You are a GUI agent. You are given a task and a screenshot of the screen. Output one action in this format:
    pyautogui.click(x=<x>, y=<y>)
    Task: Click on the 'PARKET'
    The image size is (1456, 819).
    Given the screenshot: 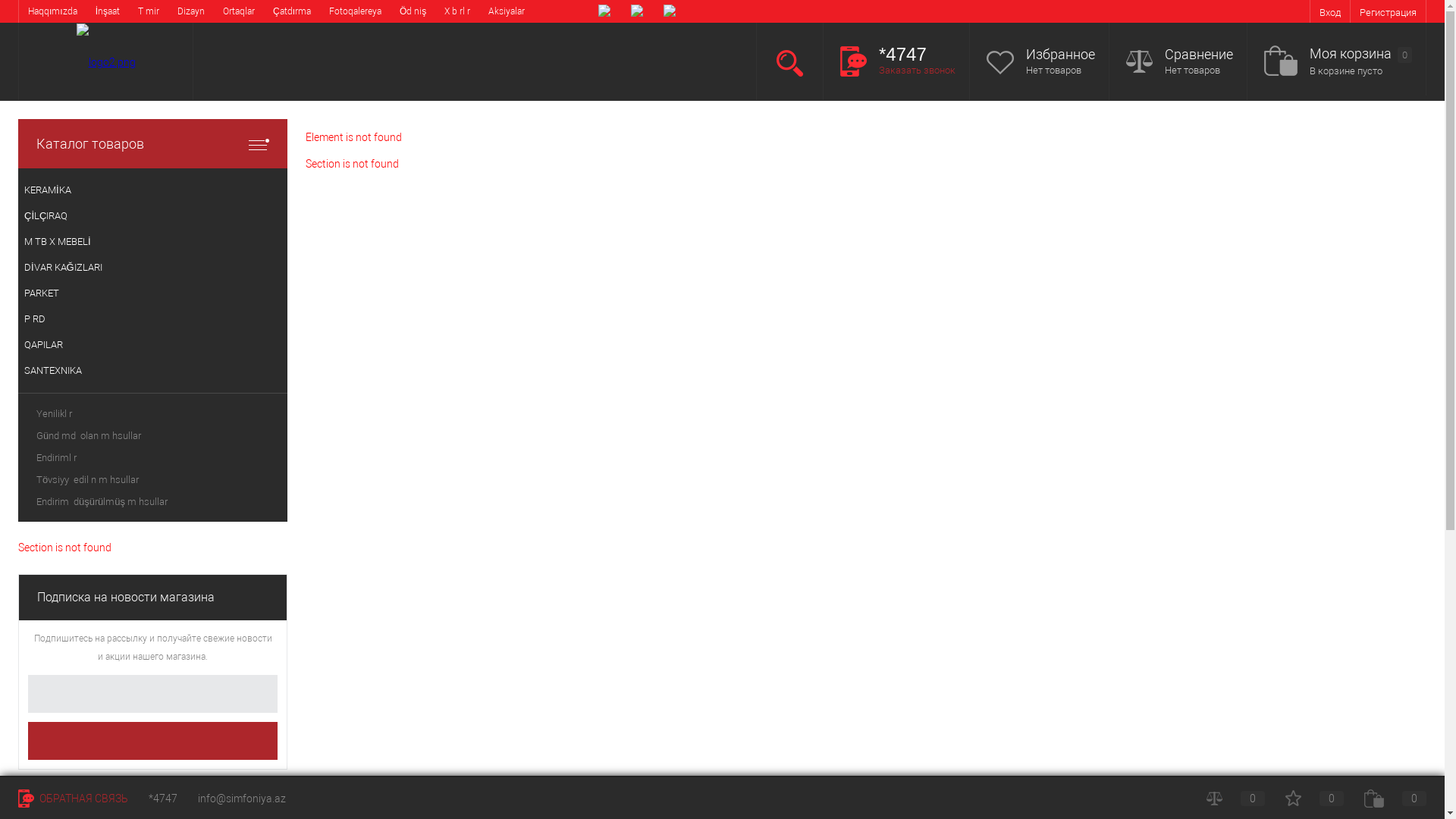 What is the action you would take?
    pyautogui.click(x=152, y=293)
    